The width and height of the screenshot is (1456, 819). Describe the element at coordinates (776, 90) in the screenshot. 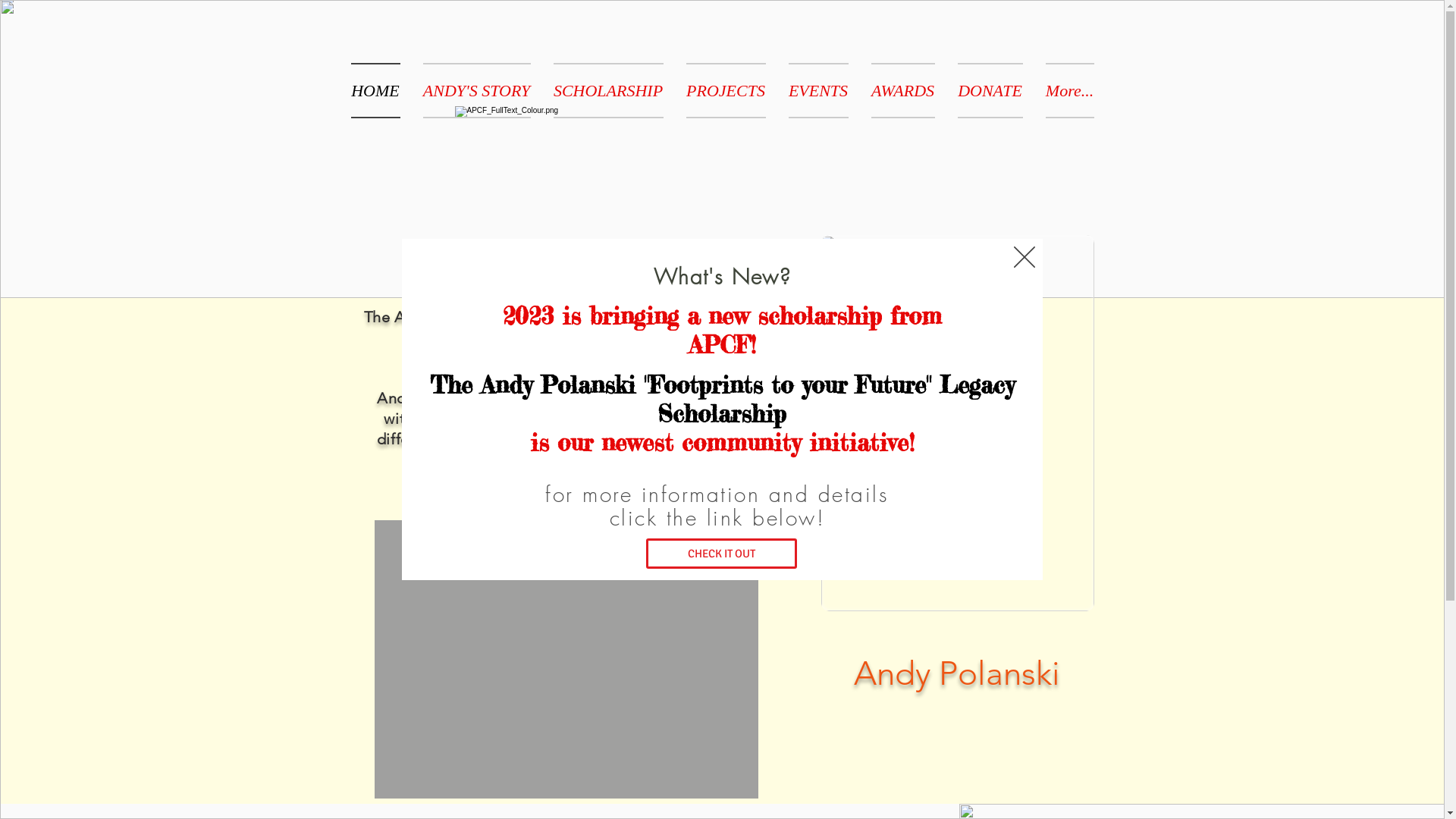

I see `'EVENTS'` at that location.